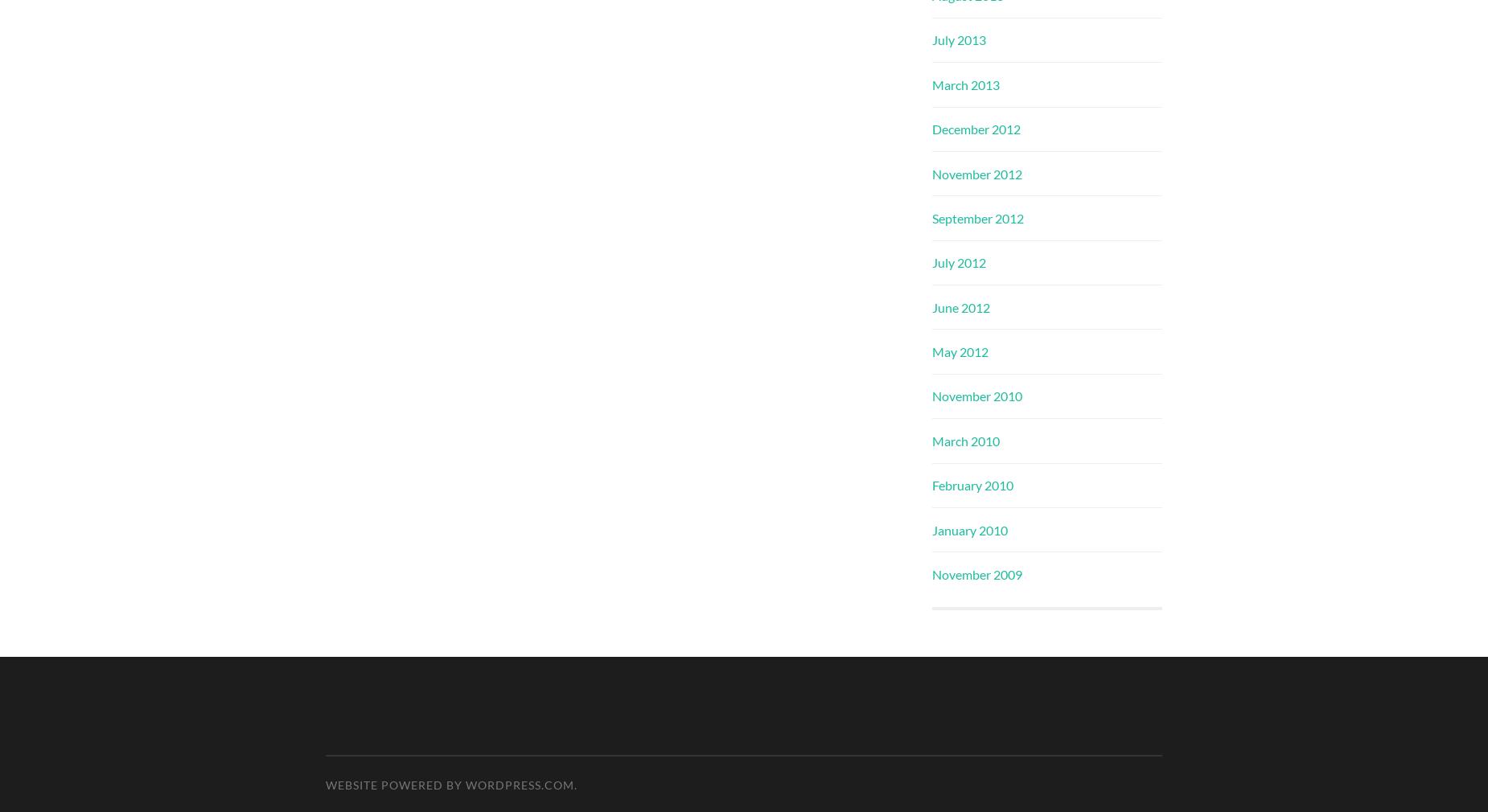 The width and height of the screenshot is (1488, 812). I want to click on 'Website Powered by WordPress.com', so click(450, 785).